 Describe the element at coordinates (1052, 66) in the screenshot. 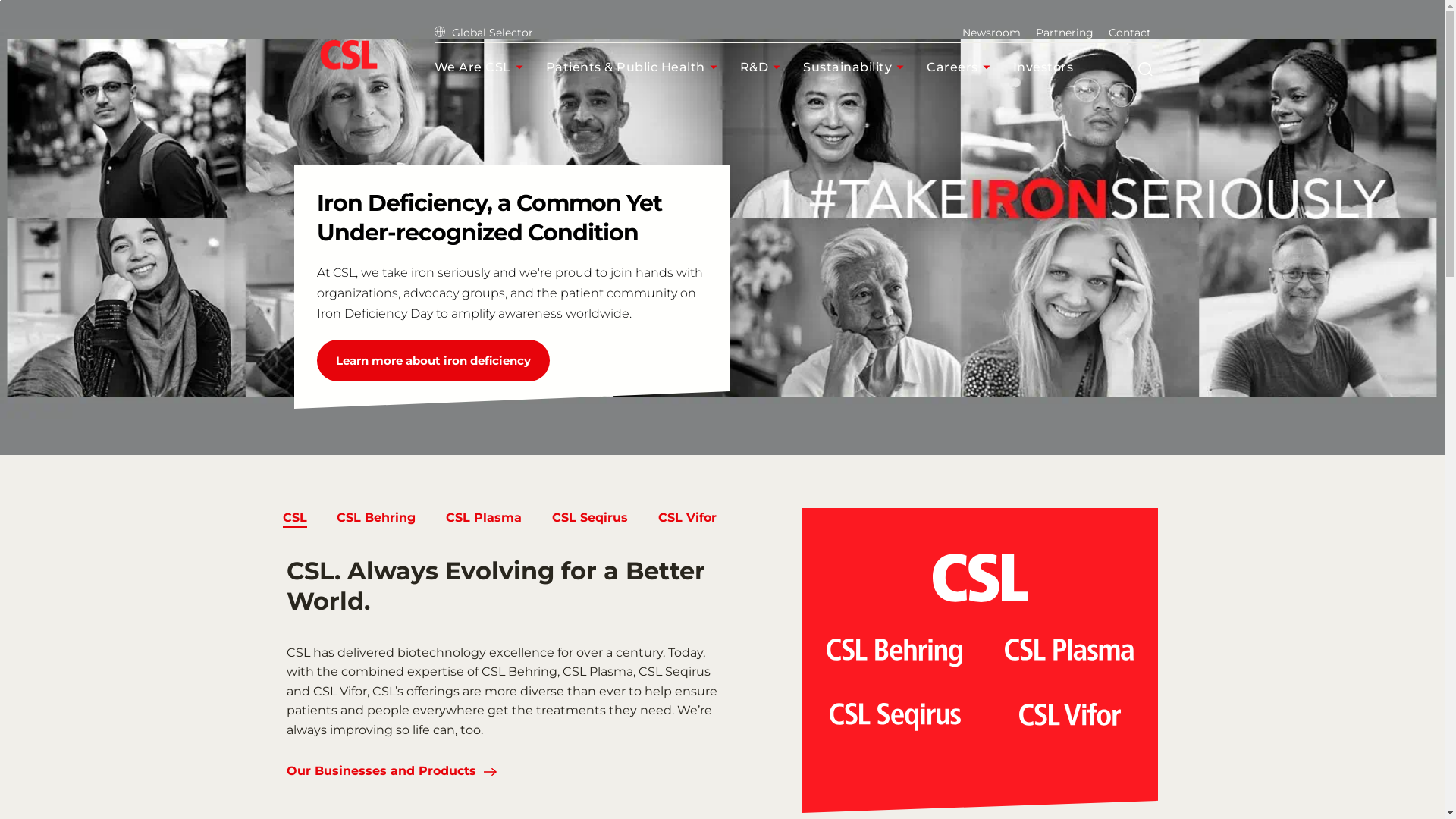

I see `'Investors'` at that location.